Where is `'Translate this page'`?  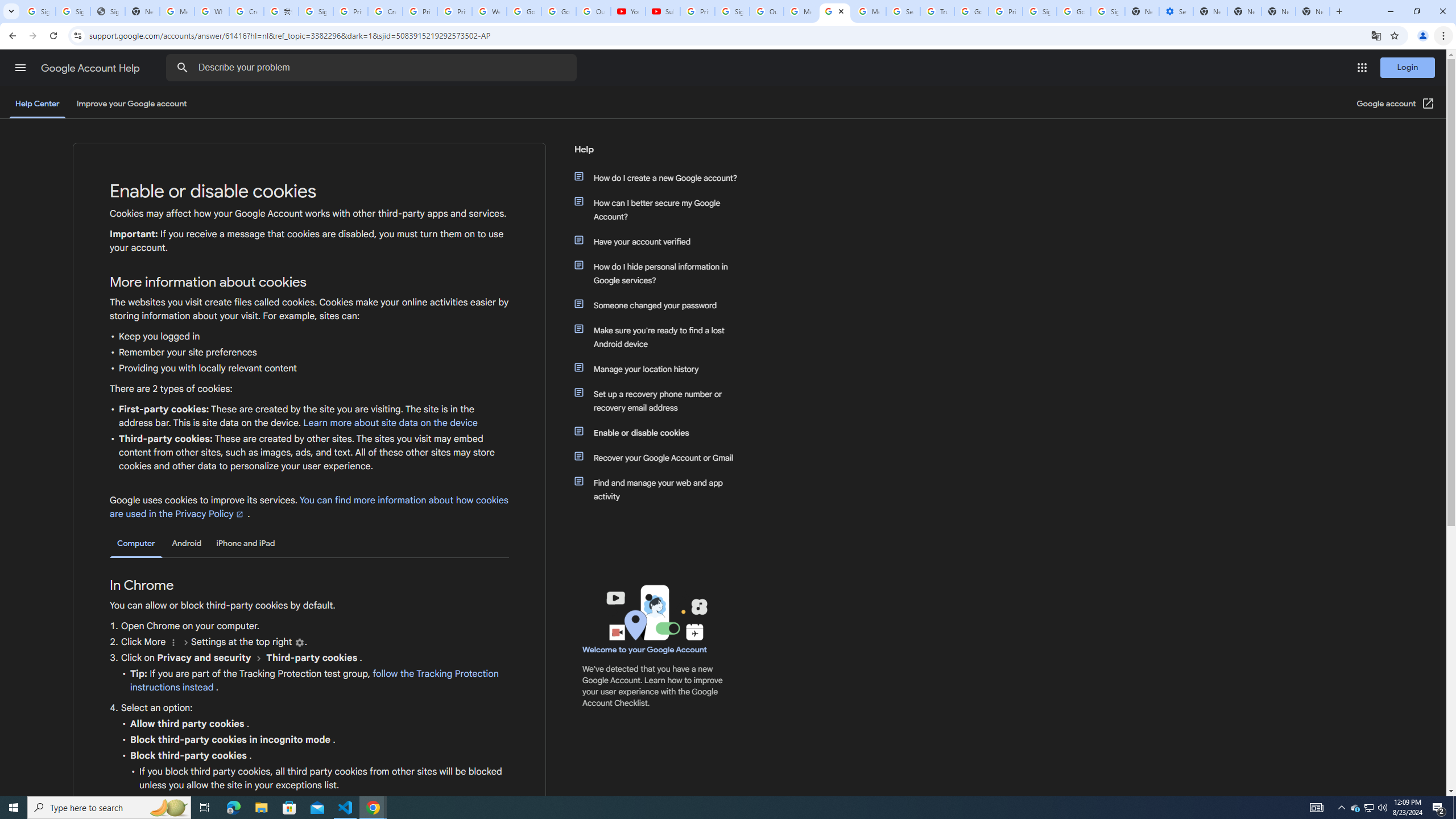
'Translate this page' is located at coordinates (1376, 35).